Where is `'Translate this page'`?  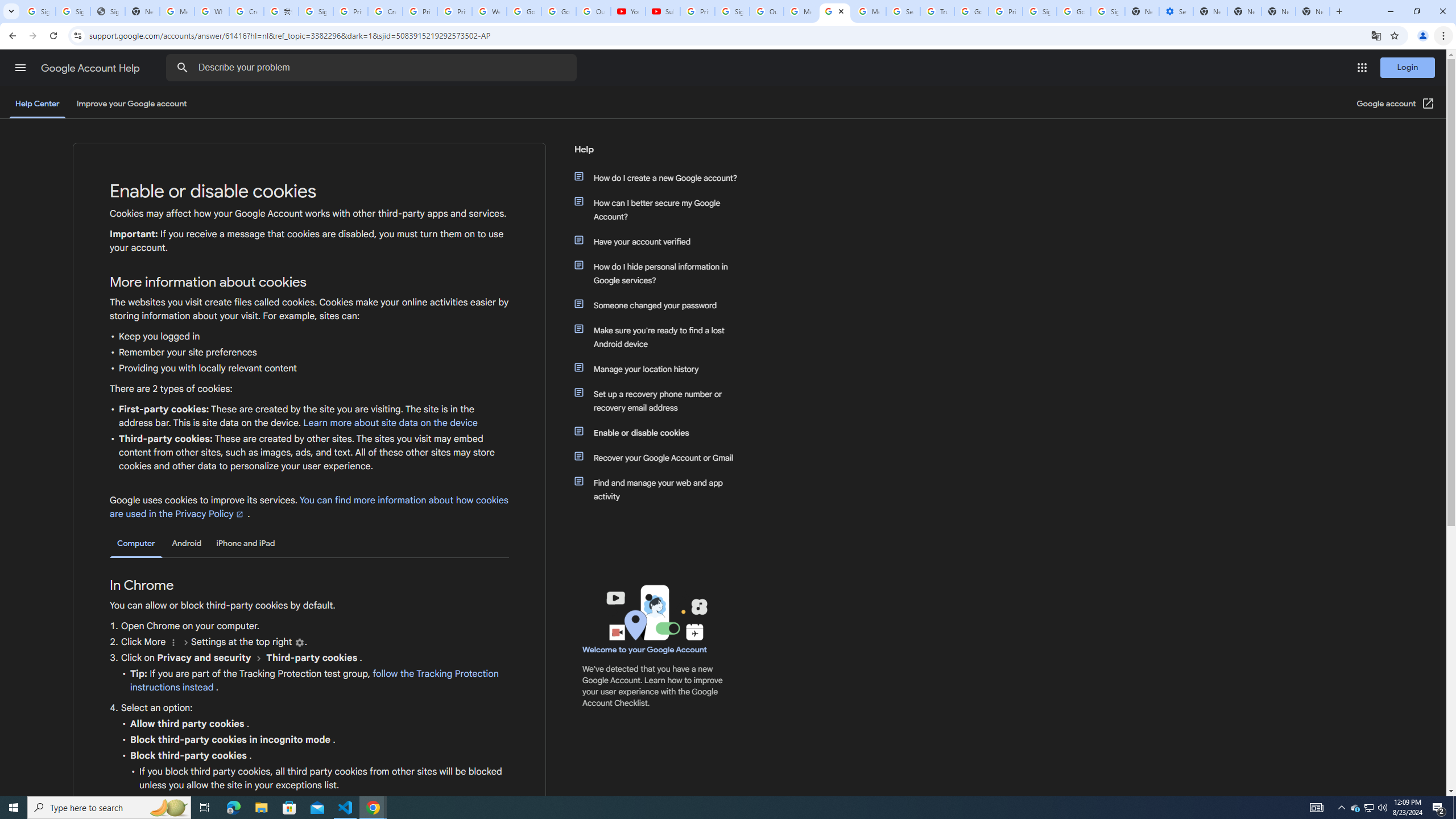
'Translate this page' is located at coordinates (1376, 35).